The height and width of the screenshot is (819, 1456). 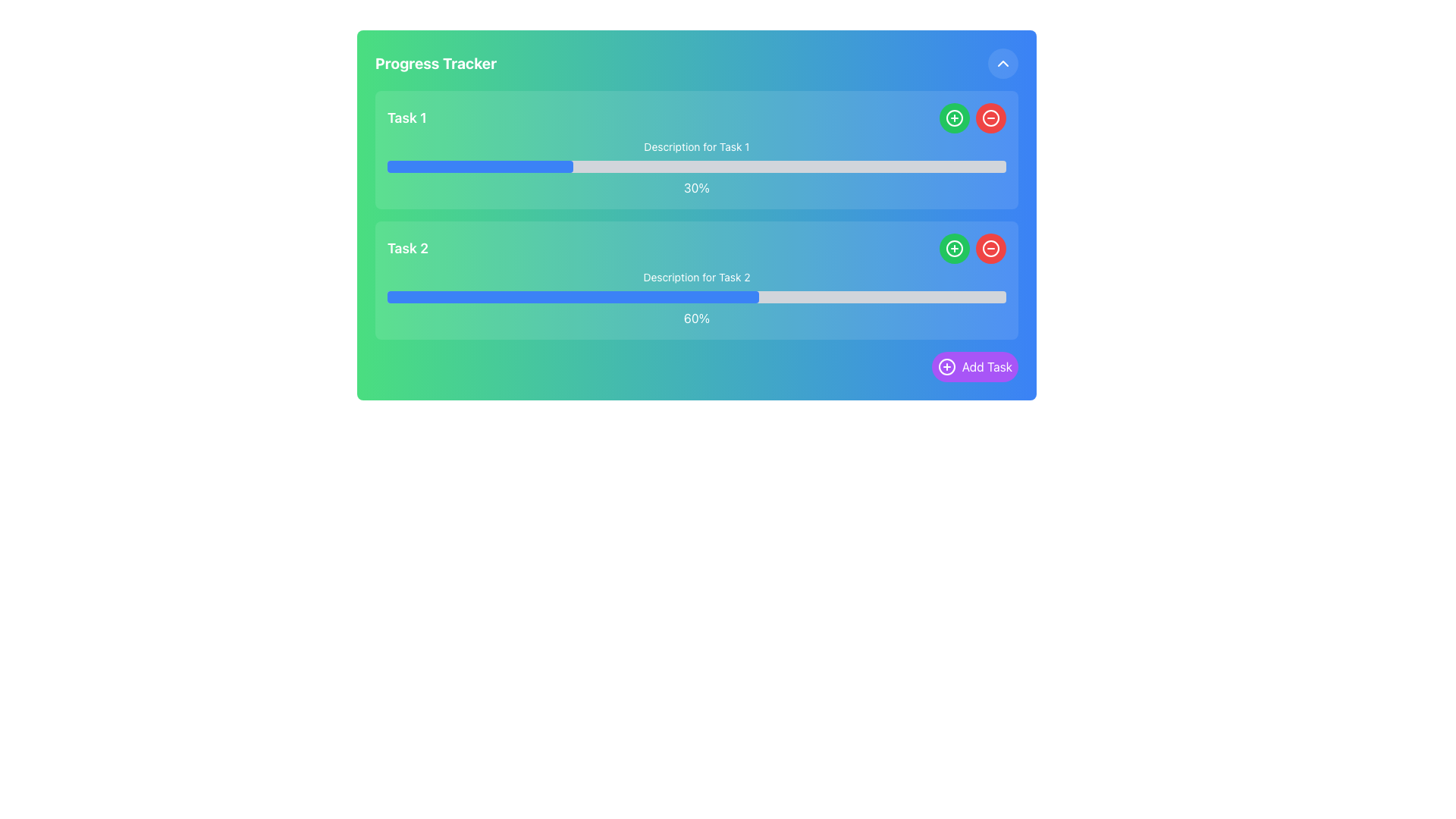 What do you see at coordinates (695, 166) in the screenshot?
I see `the progress bar representing the completion of 'Task 1', which visually displays a blue fill and a percentage of '30%' below it` at bounding box center [695, 166].